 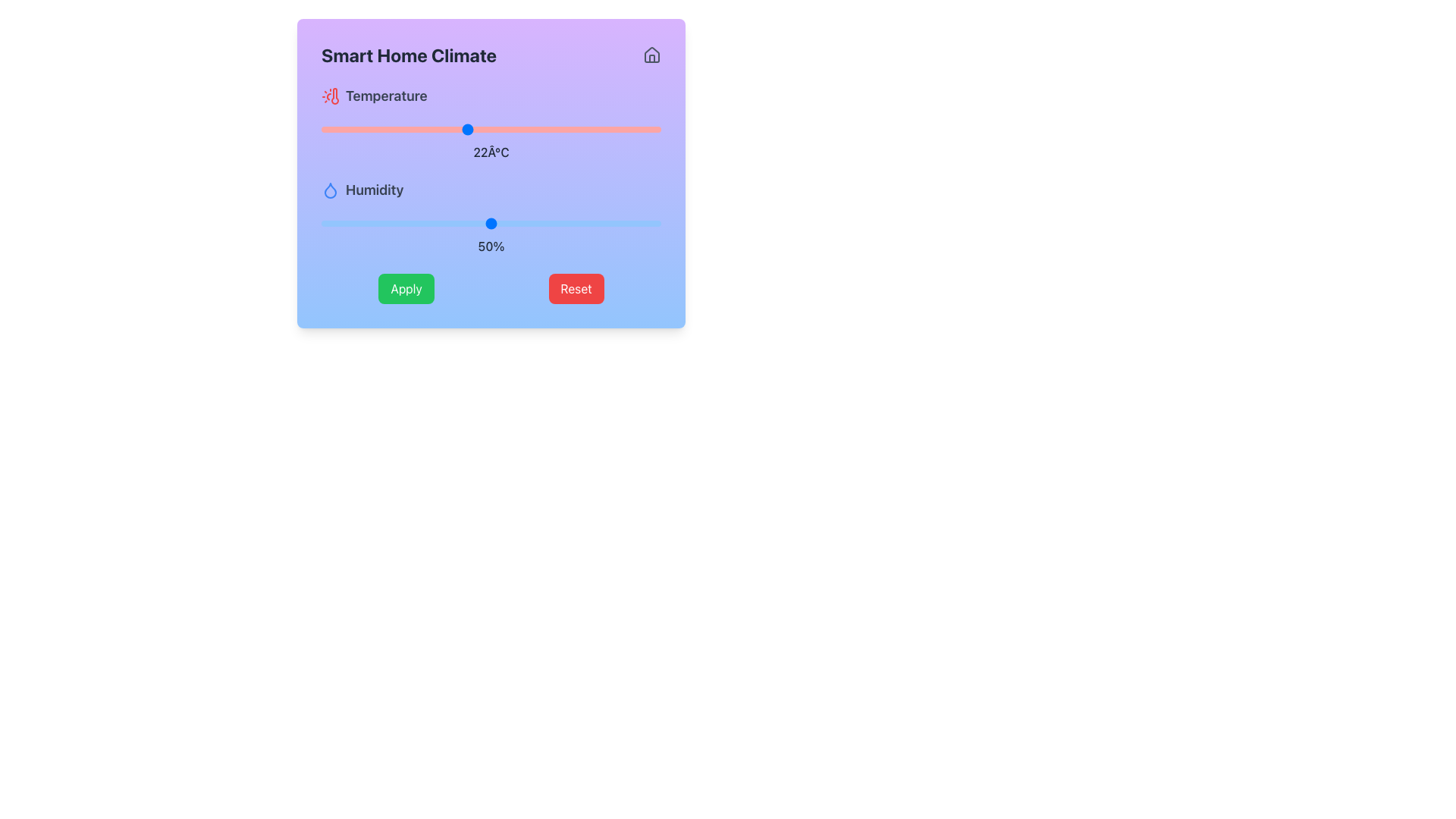 I want to click on text displayed in the 'Smart Home Climate' label, which is in bold and large dark gray font at the top-left corner of the visual interface, so click(x=409, y=55).